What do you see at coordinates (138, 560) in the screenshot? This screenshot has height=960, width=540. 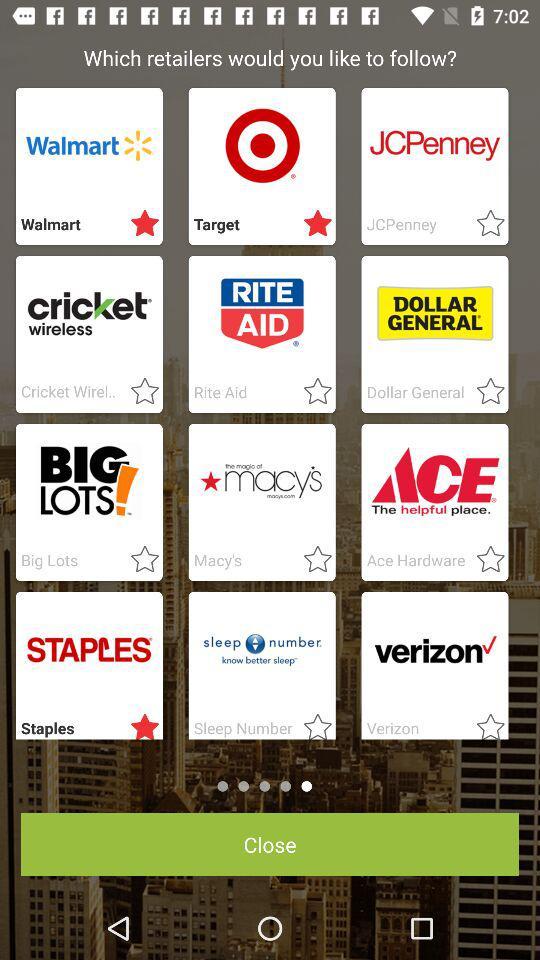 I see `start option` at bounding box center [138, 560].